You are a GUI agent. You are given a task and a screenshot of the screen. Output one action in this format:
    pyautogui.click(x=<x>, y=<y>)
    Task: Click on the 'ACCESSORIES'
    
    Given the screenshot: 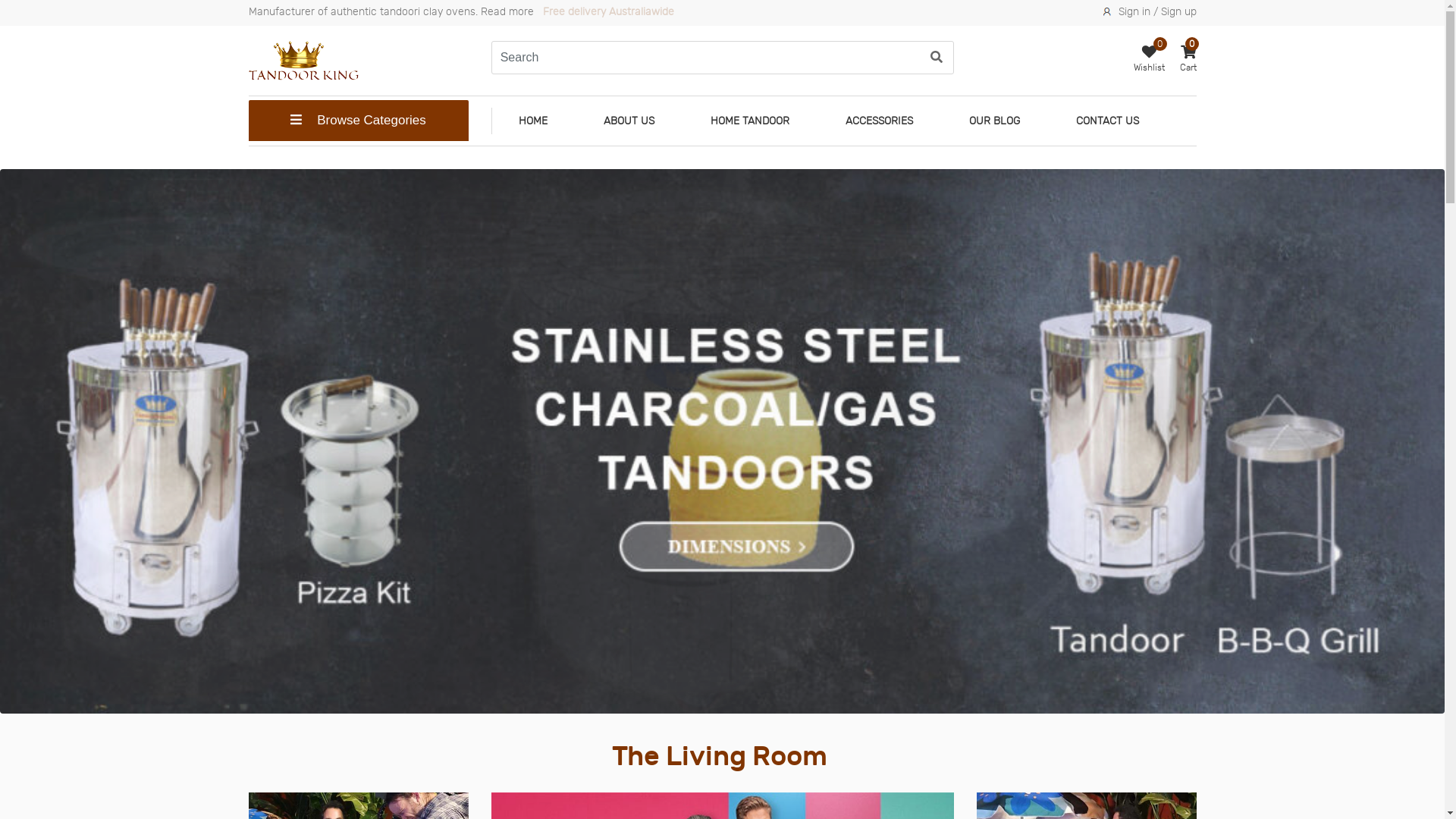 What is the action you would take?
    pyautogui.click(x=879, y=120)
    